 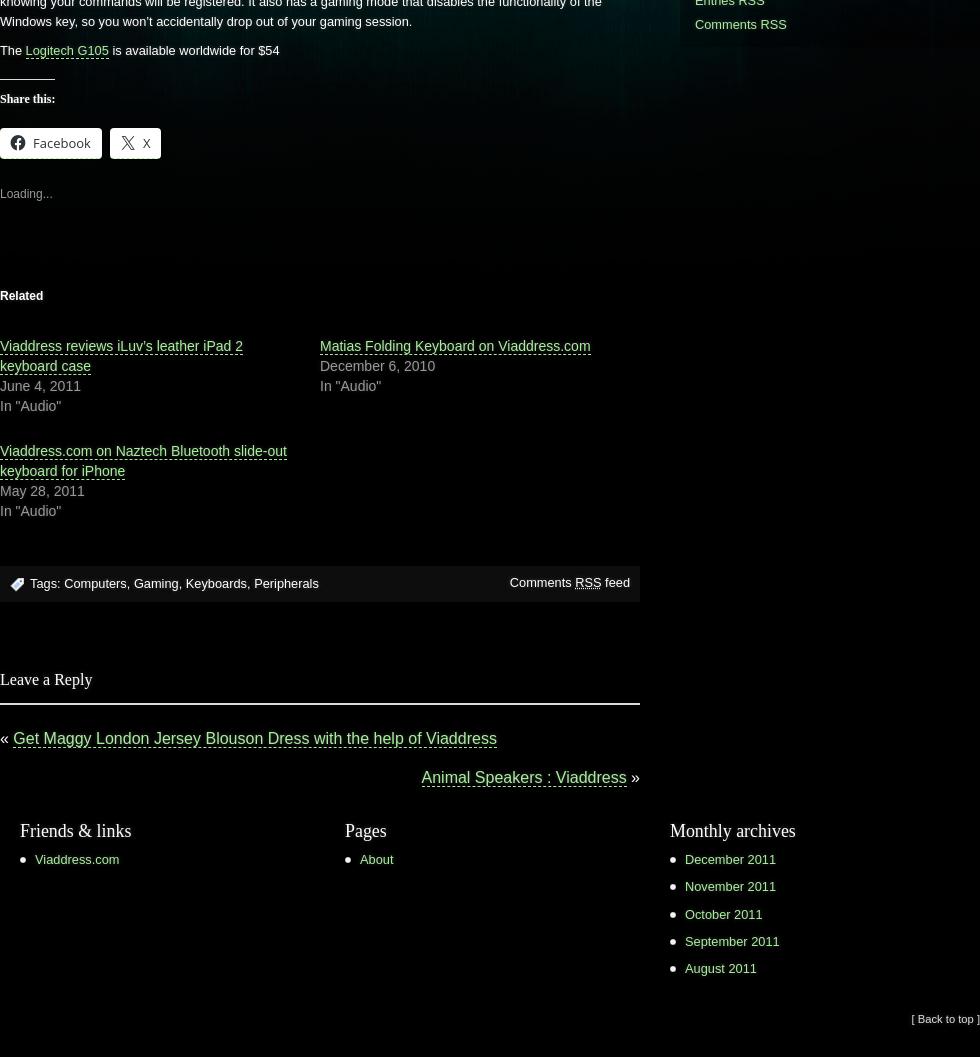 I want to click on 'November 2011', so click(x=730, y=885).